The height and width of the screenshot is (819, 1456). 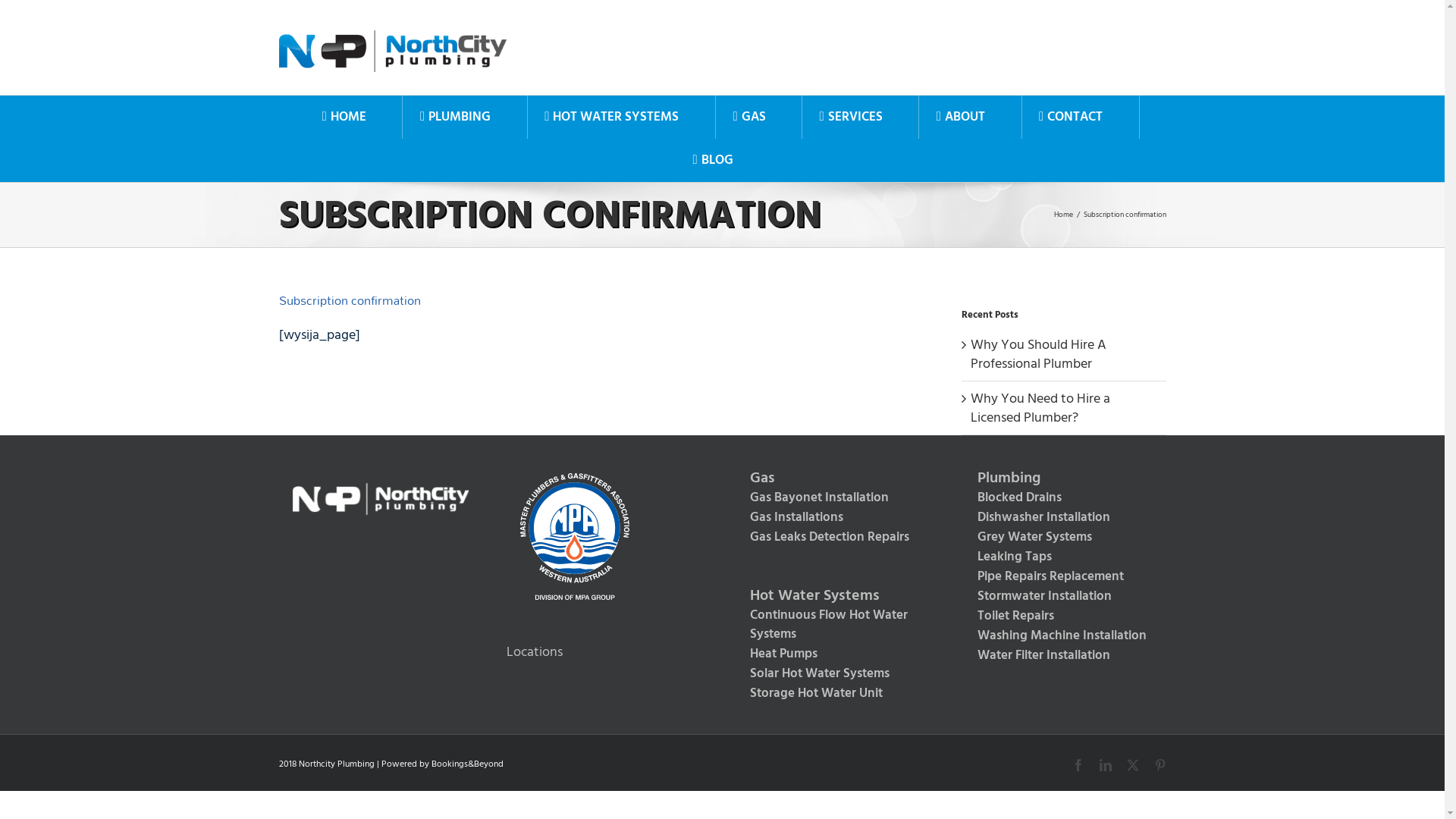 What do you see at coordinates (961, 479) in the screenshot?
I see `'Plumbing'` at bounding box center [961, 479].